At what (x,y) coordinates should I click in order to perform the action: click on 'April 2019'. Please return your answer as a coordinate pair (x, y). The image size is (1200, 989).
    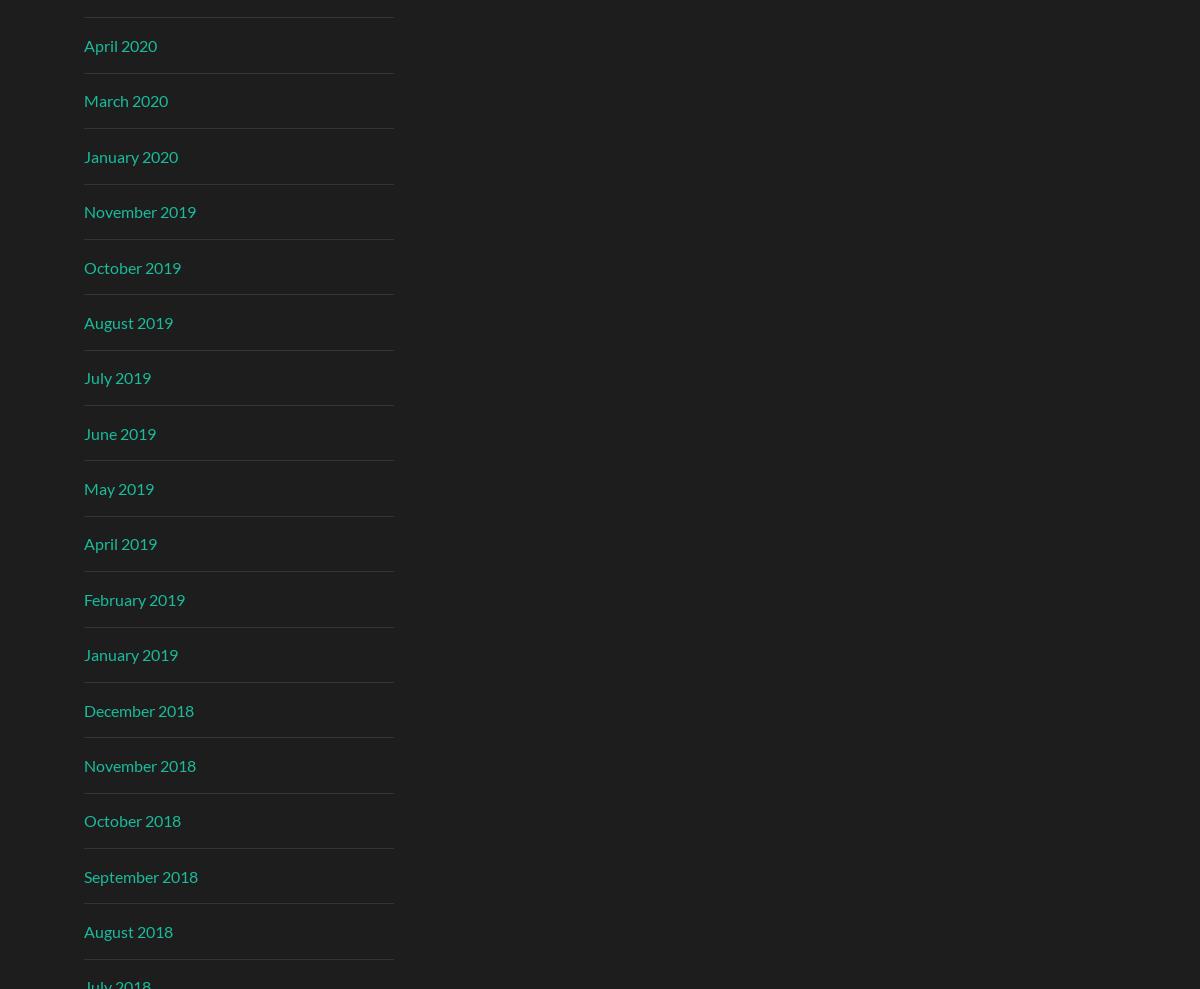
    Looking at the image, I should click on (120, 543).